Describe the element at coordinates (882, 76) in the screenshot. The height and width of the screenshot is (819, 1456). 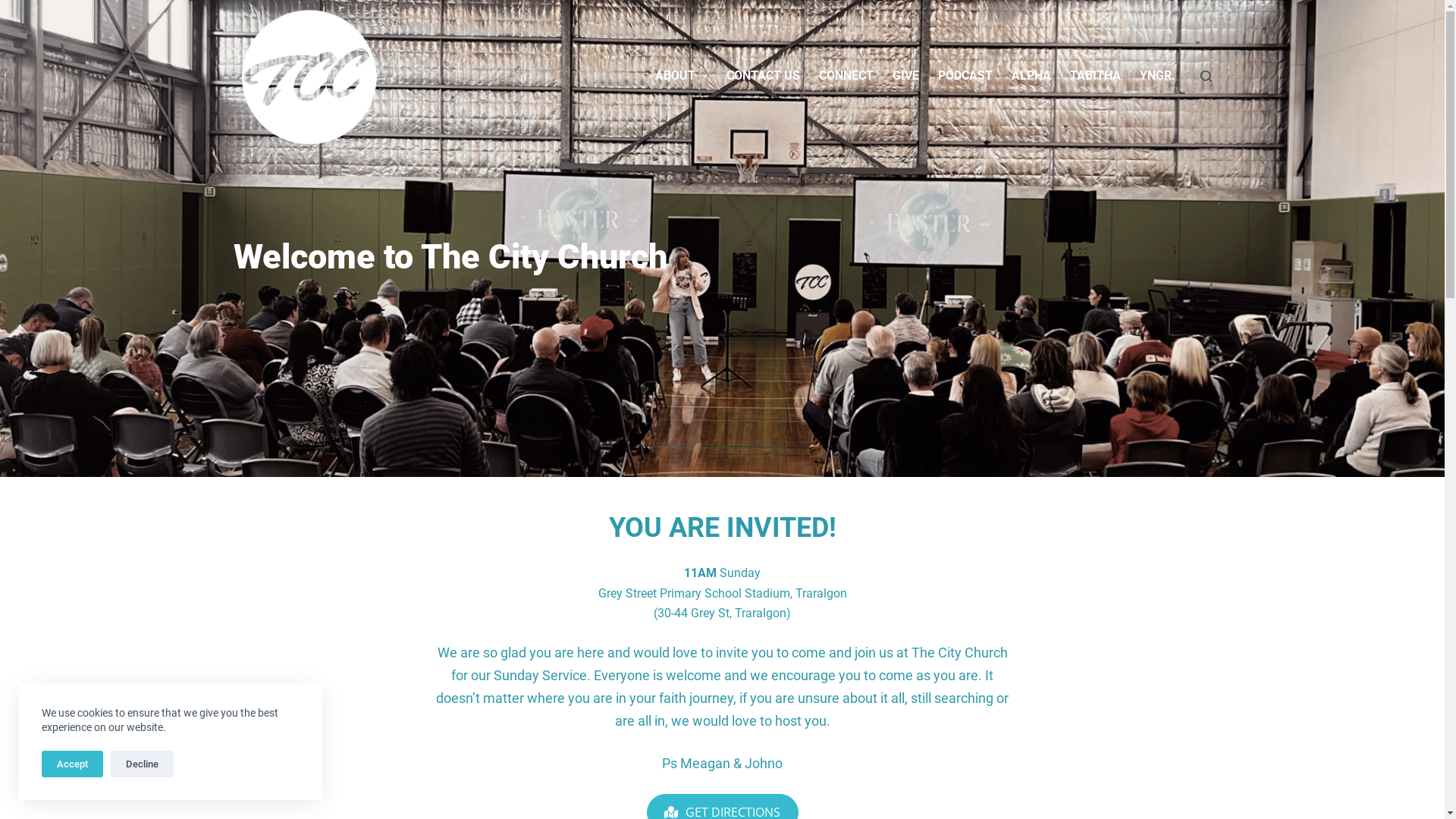
I see `'GIVE'` at that location.